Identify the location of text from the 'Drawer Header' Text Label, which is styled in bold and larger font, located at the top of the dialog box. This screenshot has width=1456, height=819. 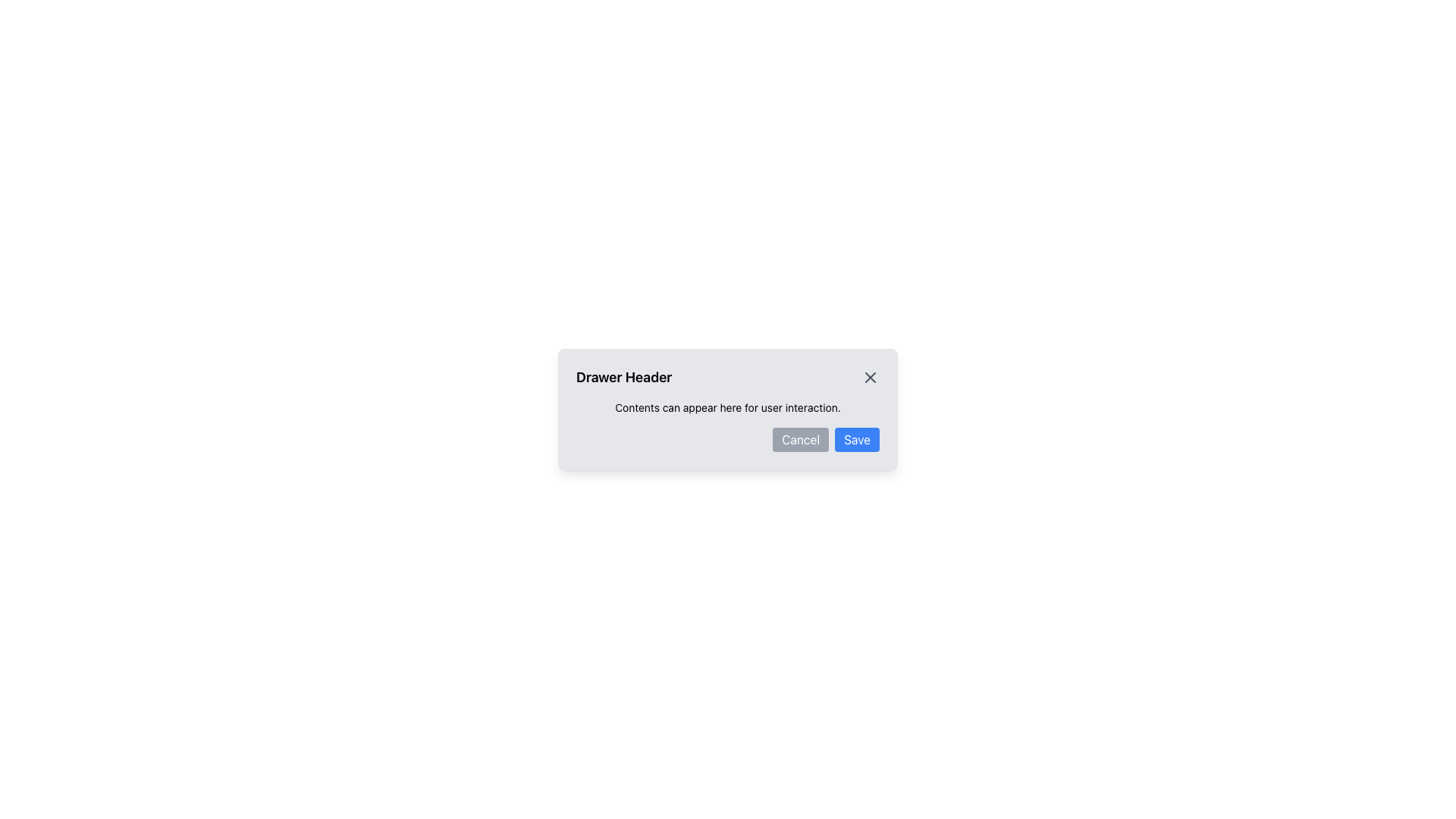
(624, 376).